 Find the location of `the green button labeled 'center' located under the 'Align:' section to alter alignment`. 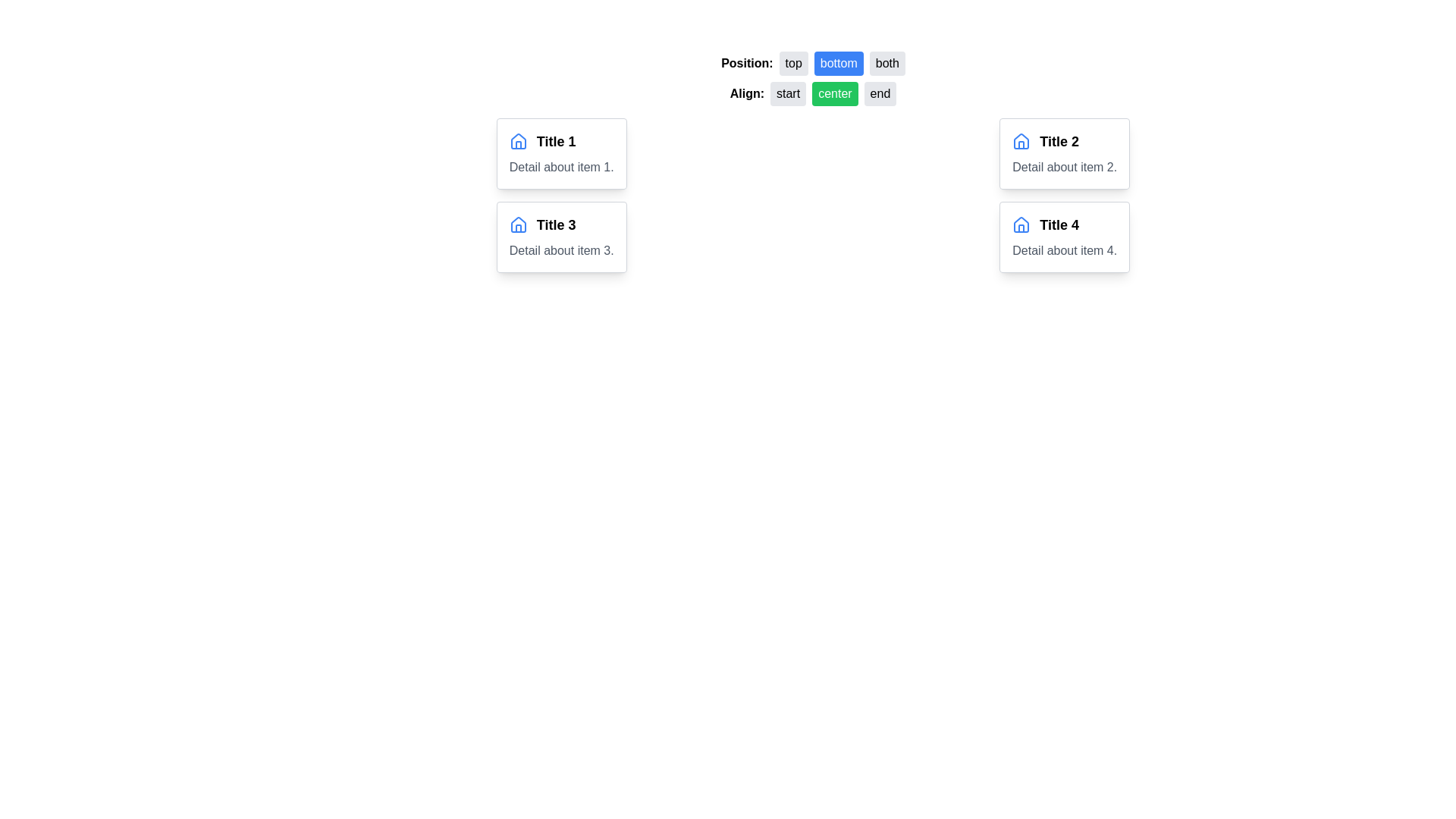

the green button labeled 'center' located under the 'Align:' section to alter alignment is located at coordinates (834, 93).